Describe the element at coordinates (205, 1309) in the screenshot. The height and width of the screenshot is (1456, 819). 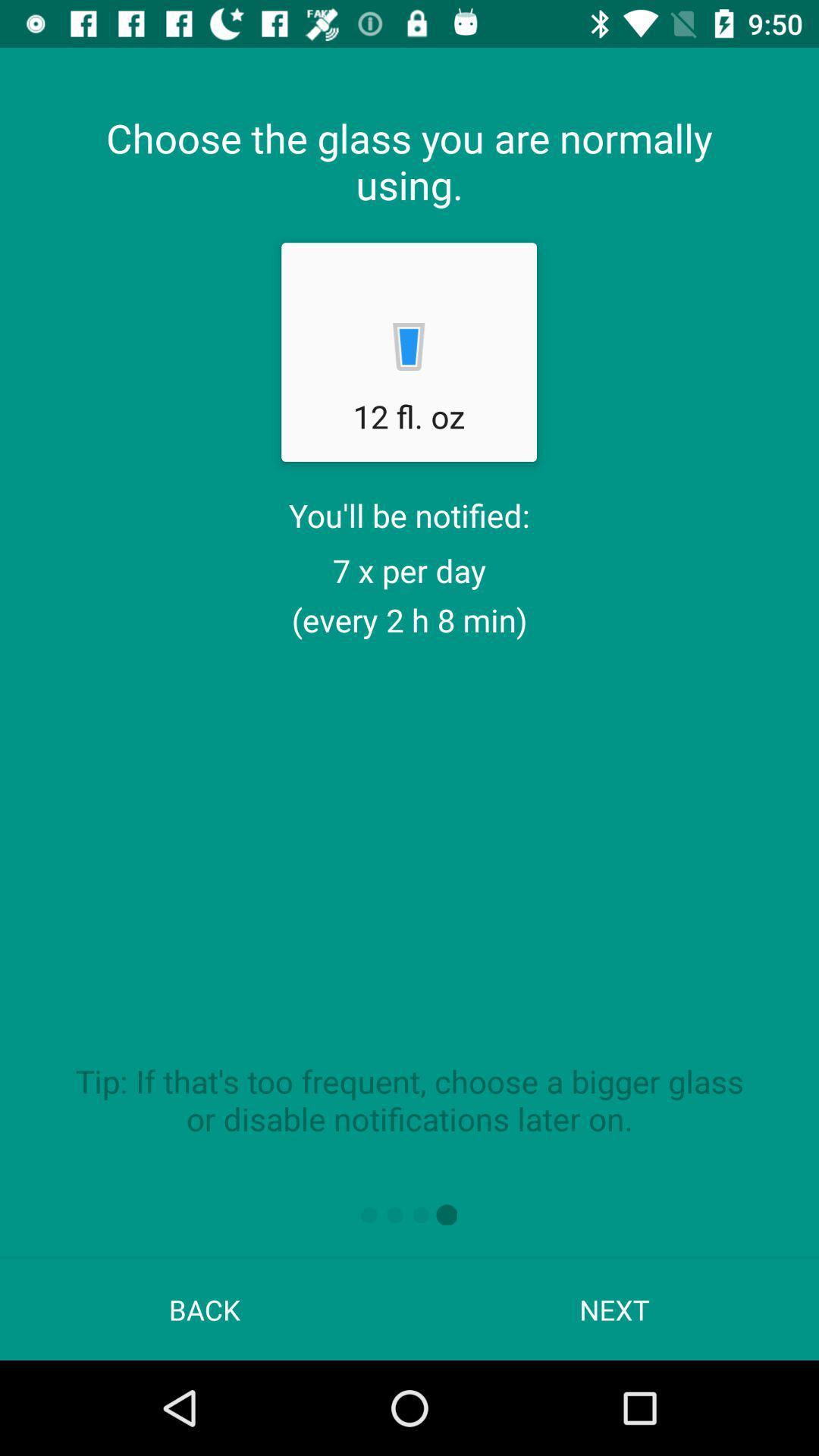
I see `icon to the left of next icon` at that location.